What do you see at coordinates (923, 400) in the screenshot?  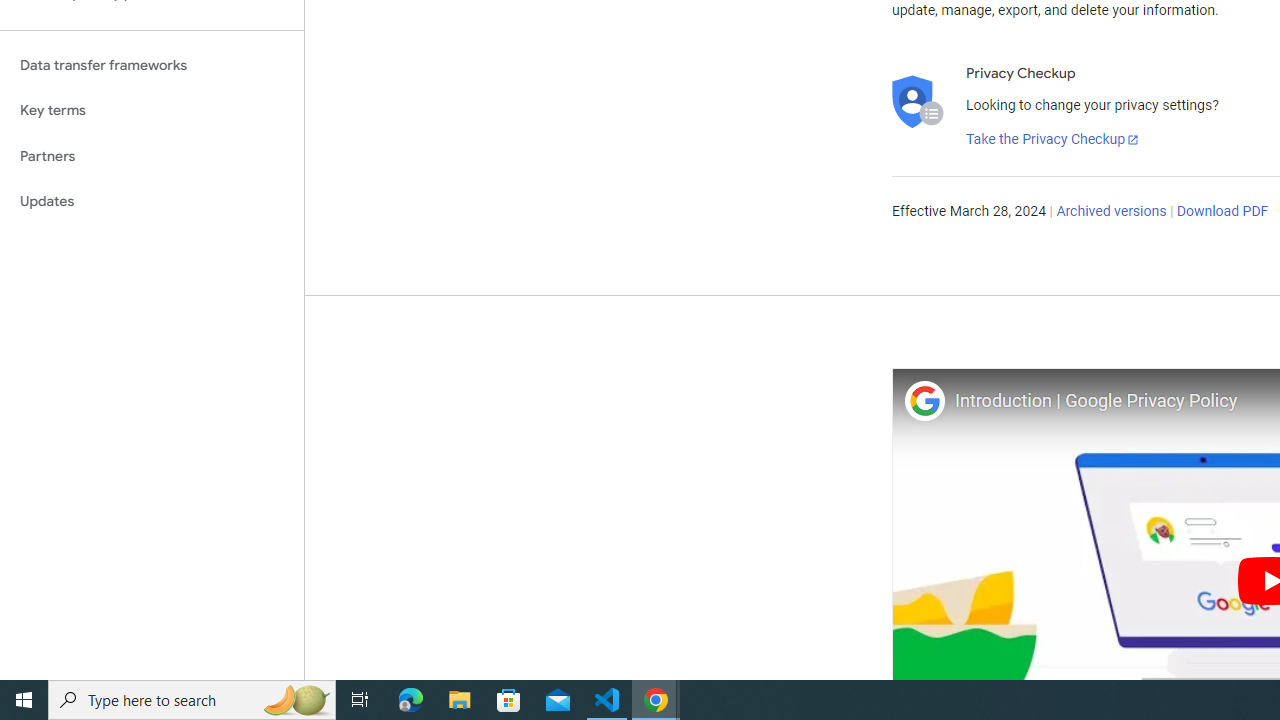 I see `'Photo image of Google'` at bounding box center [923, 400].